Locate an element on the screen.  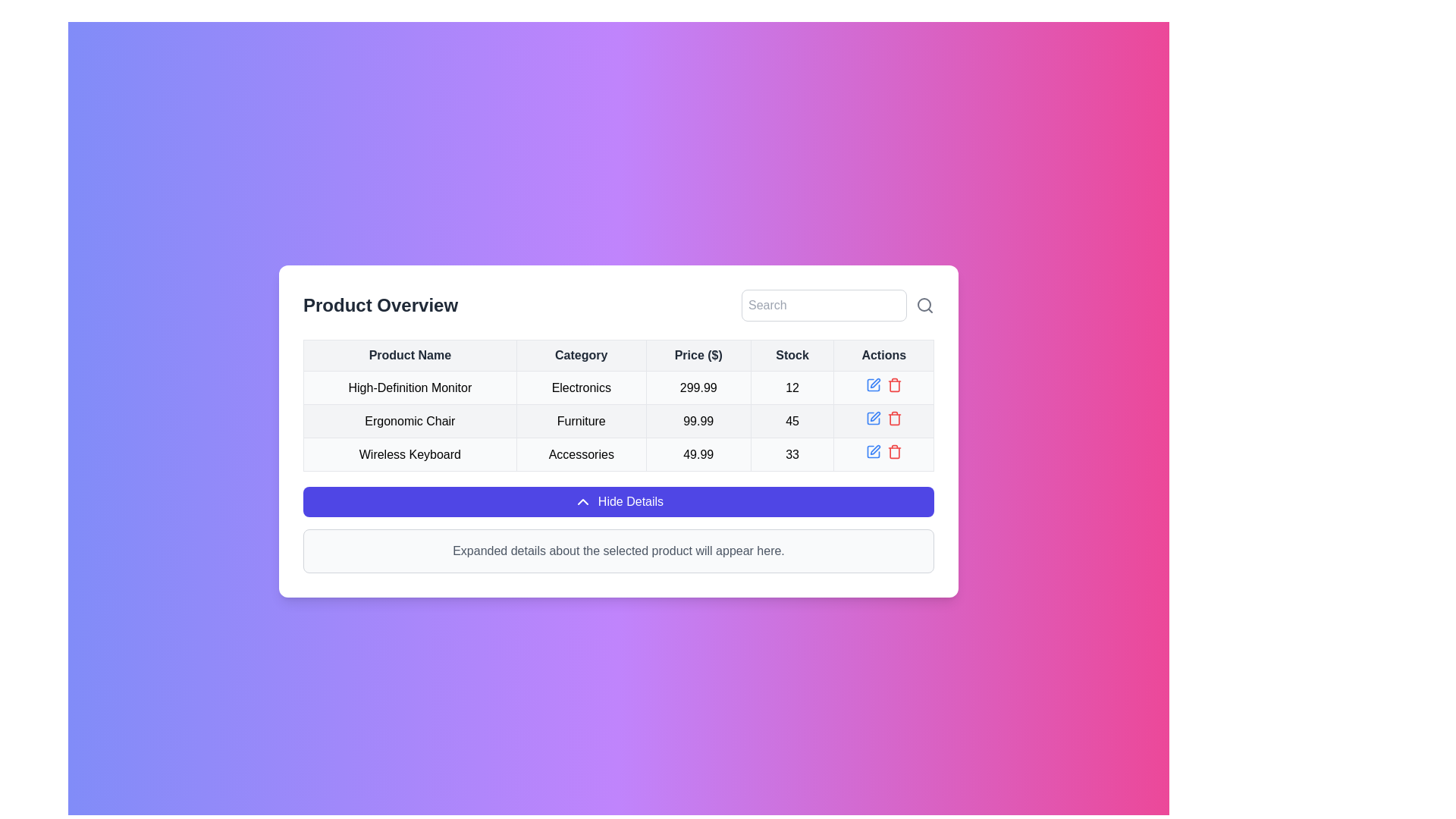
the editable action icon located in the 'Actions' column of the last row corresponding to the 'Wireless Keyboard' entry in the table is located at coordinates (873, 451).